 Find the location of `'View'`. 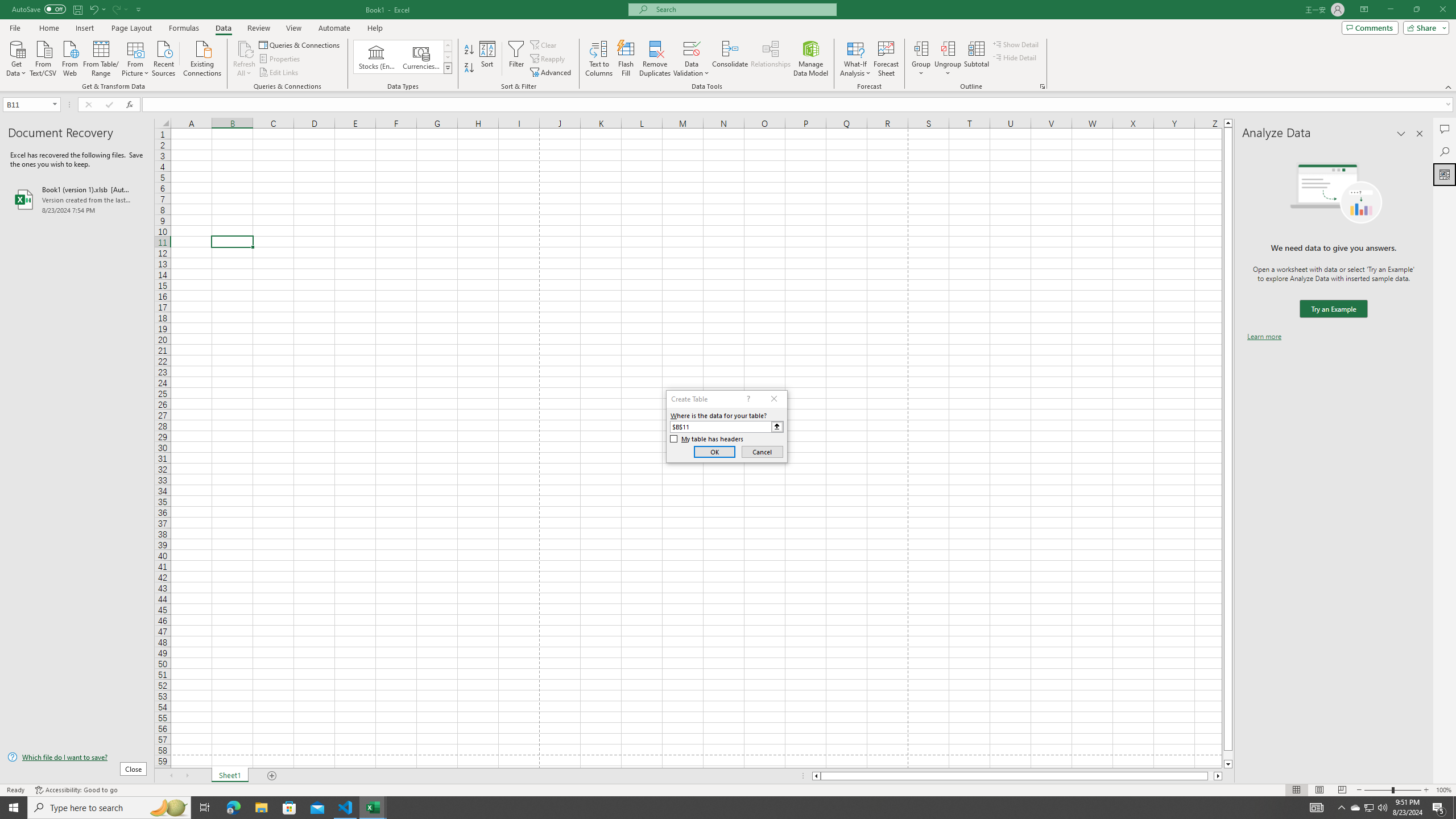

'View' is located at coordinates (292, 28).